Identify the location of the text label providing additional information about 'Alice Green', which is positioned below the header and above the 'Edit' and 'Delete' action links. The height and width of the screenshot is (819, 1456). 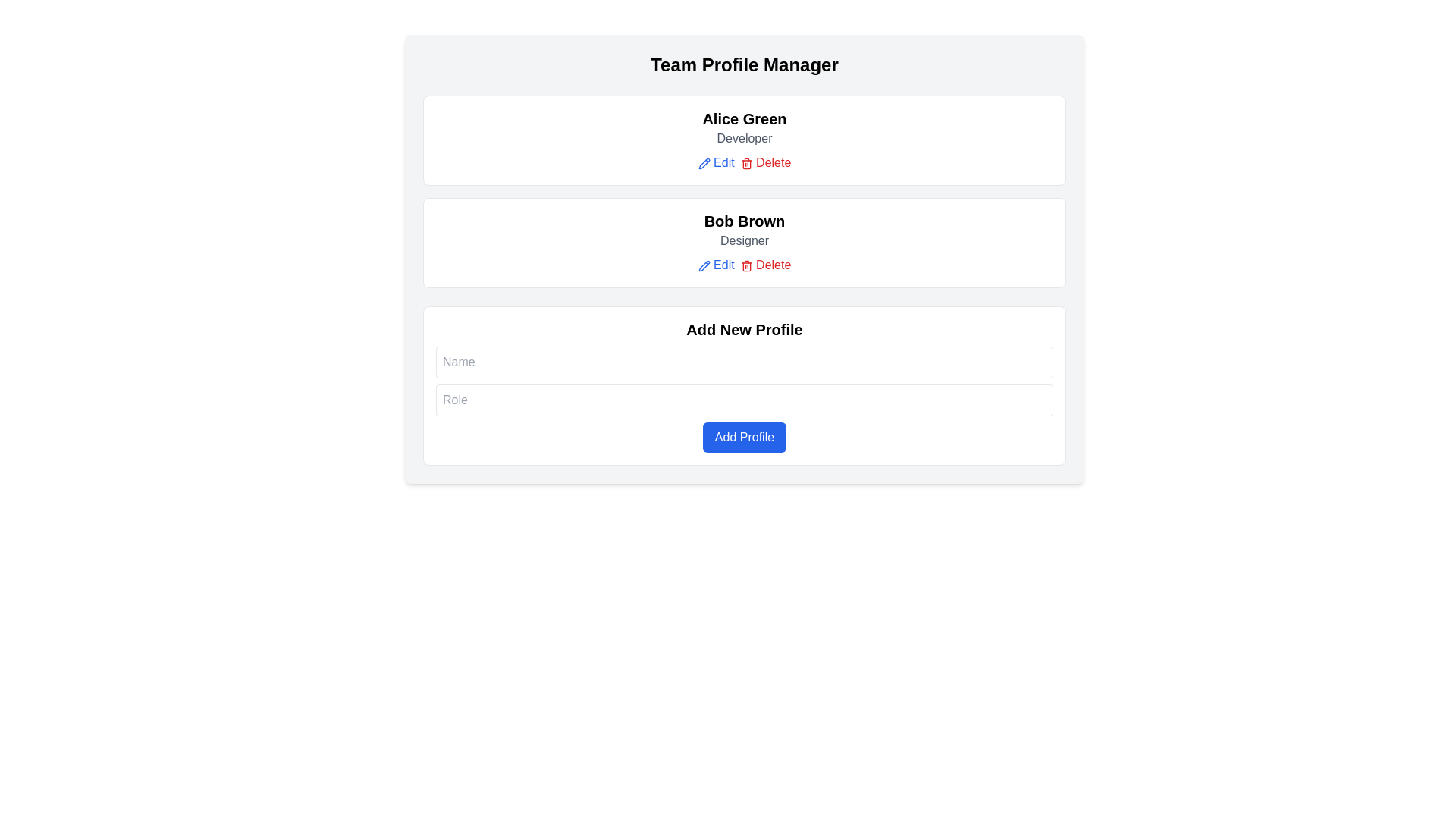
(745, 138).